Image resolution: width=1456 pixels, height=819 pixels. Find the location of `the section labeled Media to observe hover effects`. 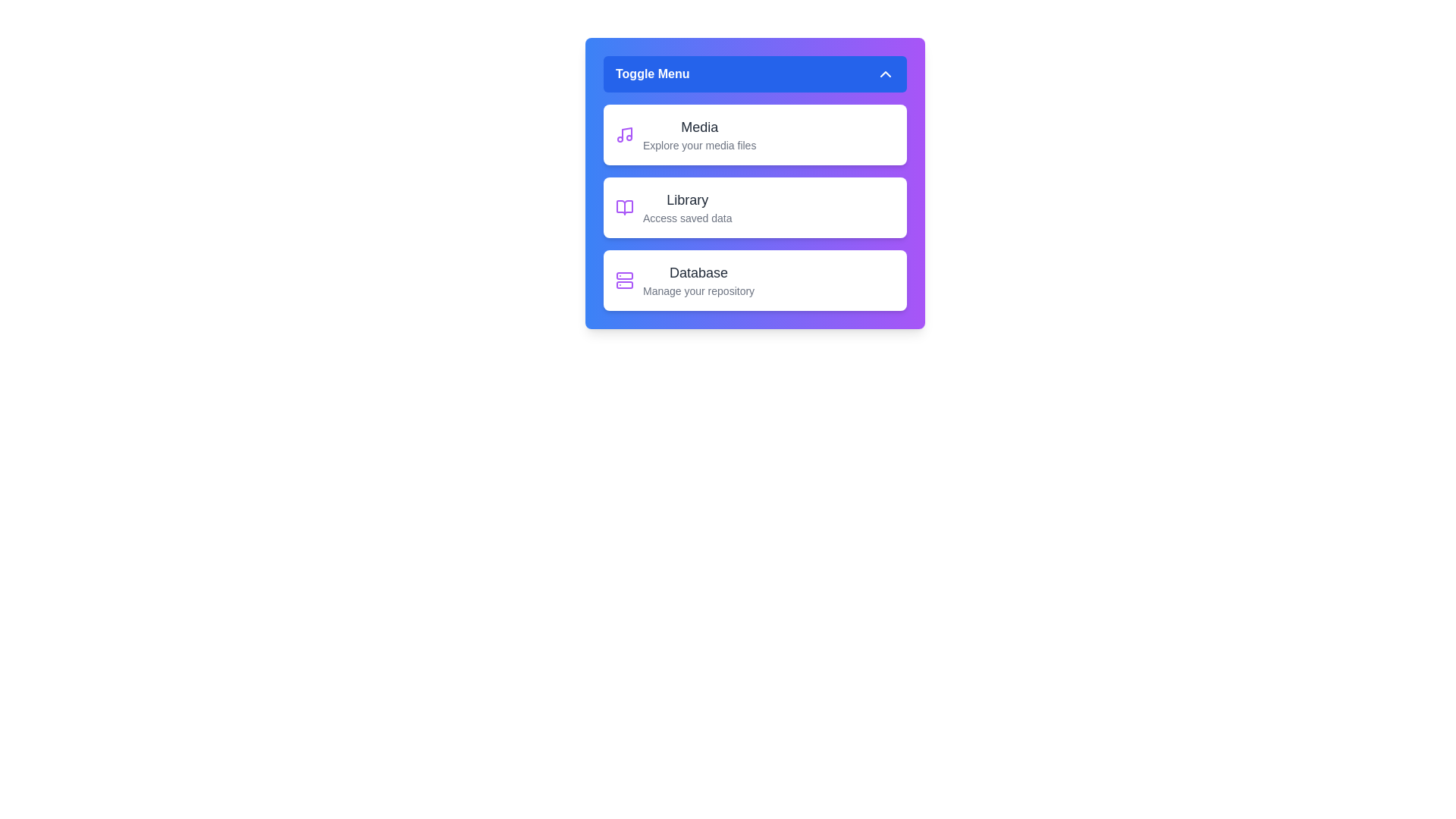

the section labeled Media to observe hover effects is located at coordinates (755, 133).